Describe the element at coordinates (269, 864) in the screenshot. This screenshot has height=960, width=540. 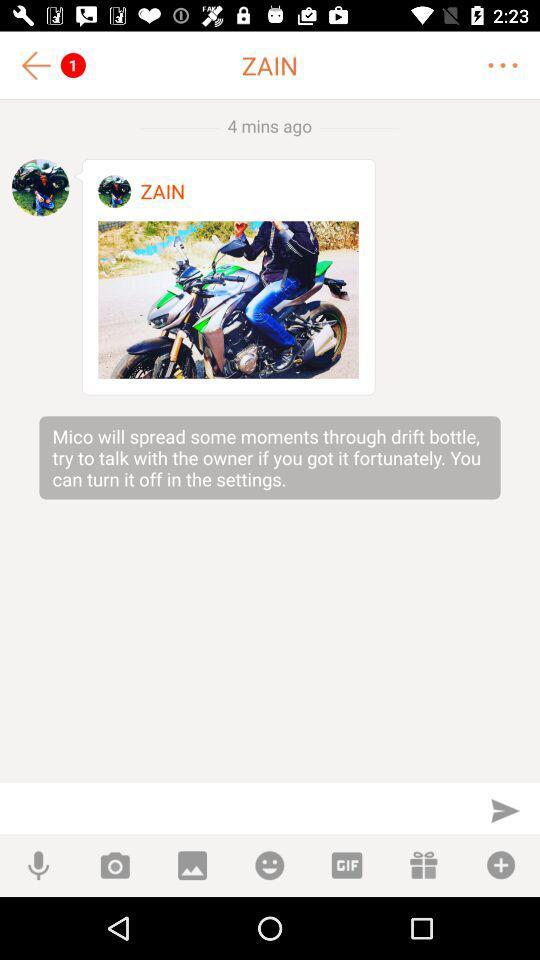
I see `emoticons` at that location.